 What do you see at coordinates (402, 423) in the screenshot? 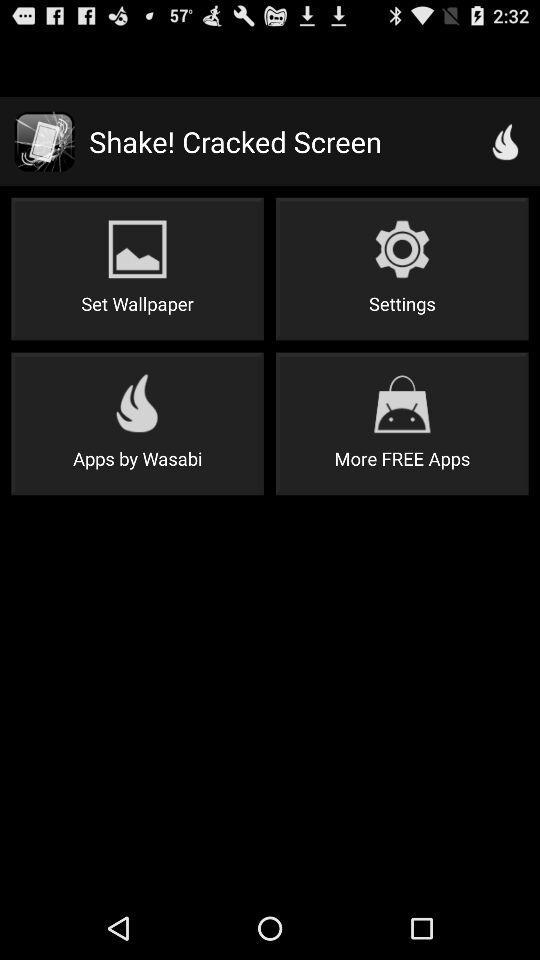
I see `button to the right of the apps by wasabi button` at bounding box center [402, 423].